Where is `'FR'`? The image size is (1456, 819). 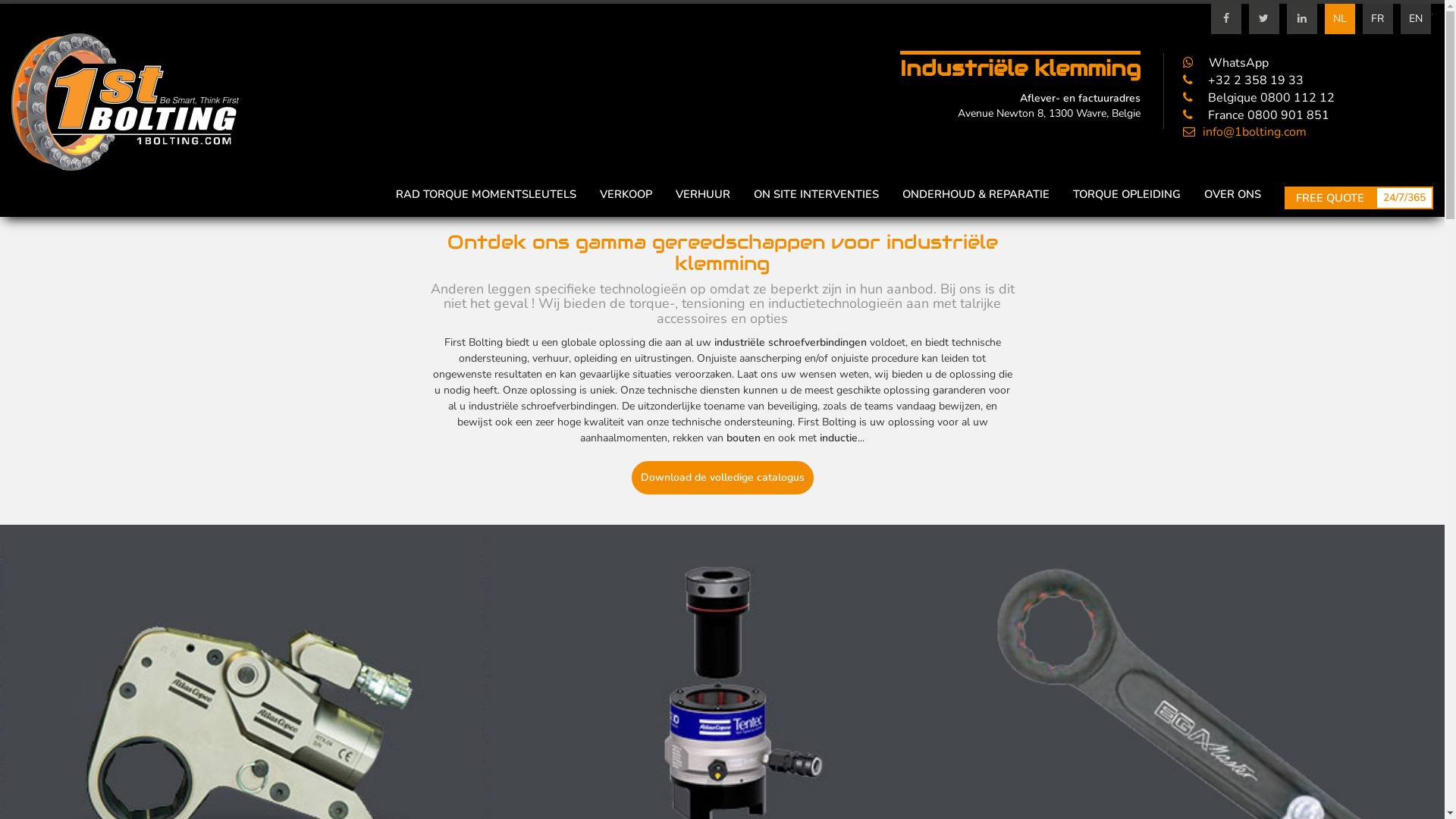 'FR' is located at coordinates (1378, 18).